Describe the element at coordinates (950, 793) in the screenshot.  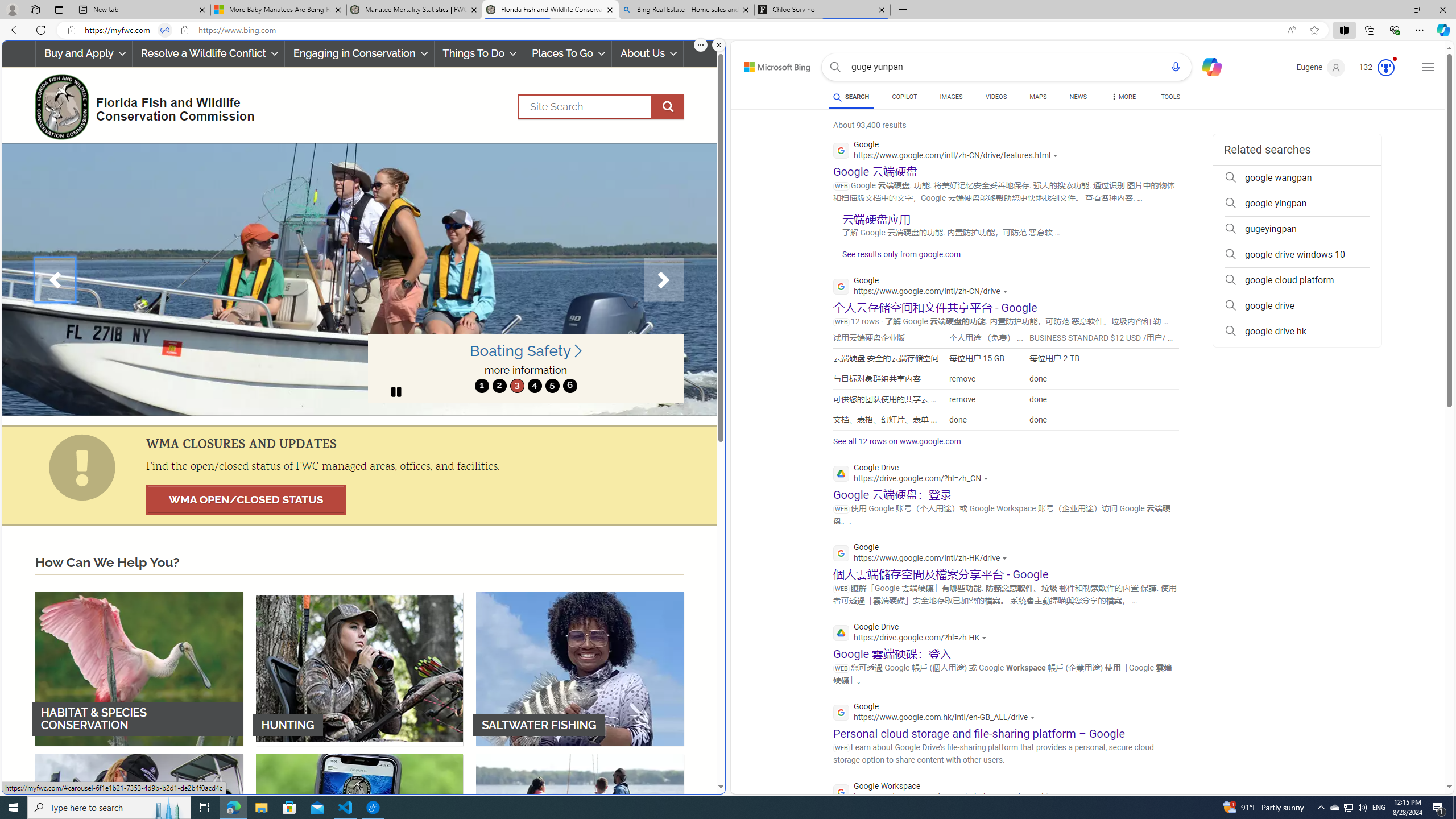
I see `'Google Workspace'` at that location.